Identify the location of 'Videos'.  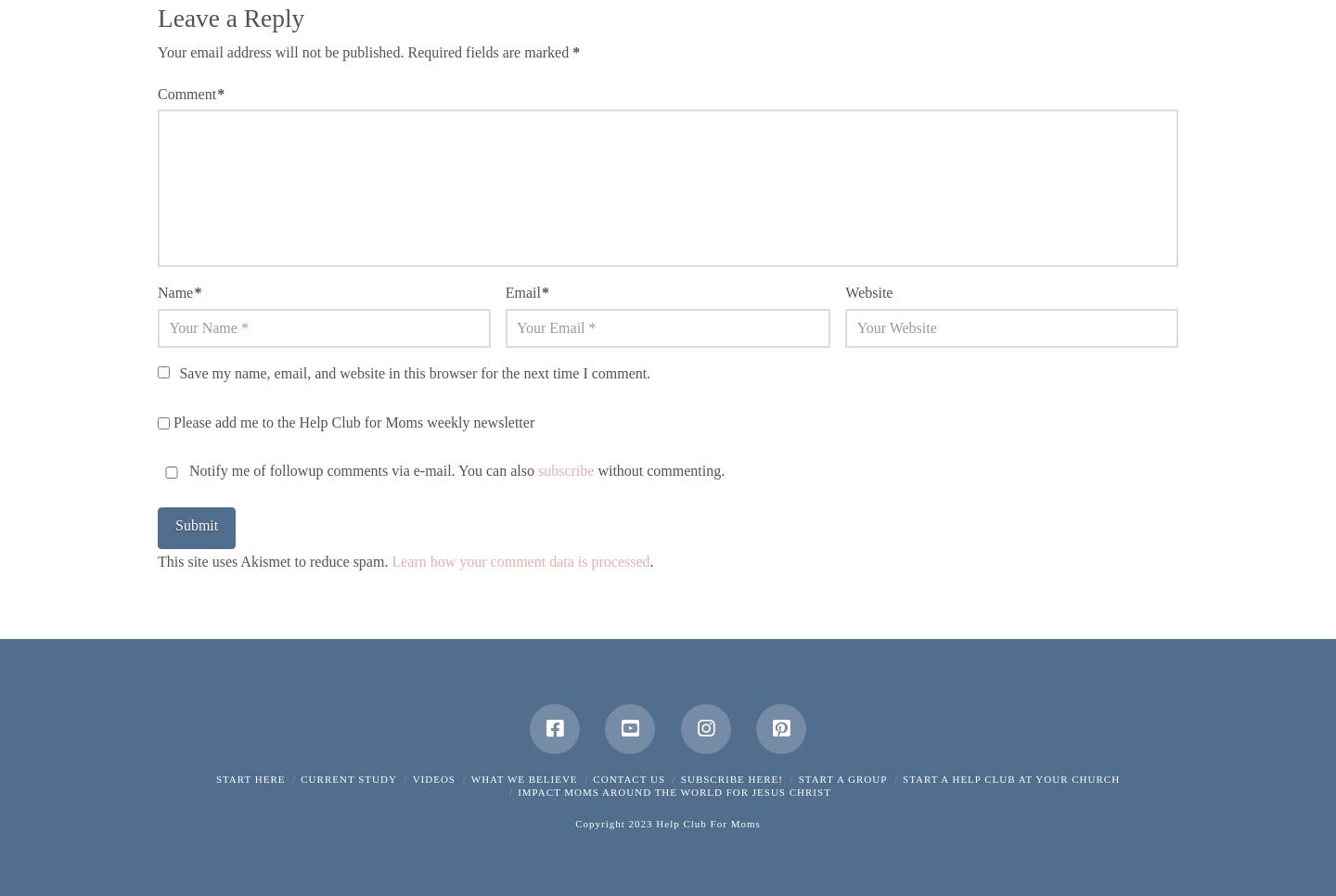
(432, 776).